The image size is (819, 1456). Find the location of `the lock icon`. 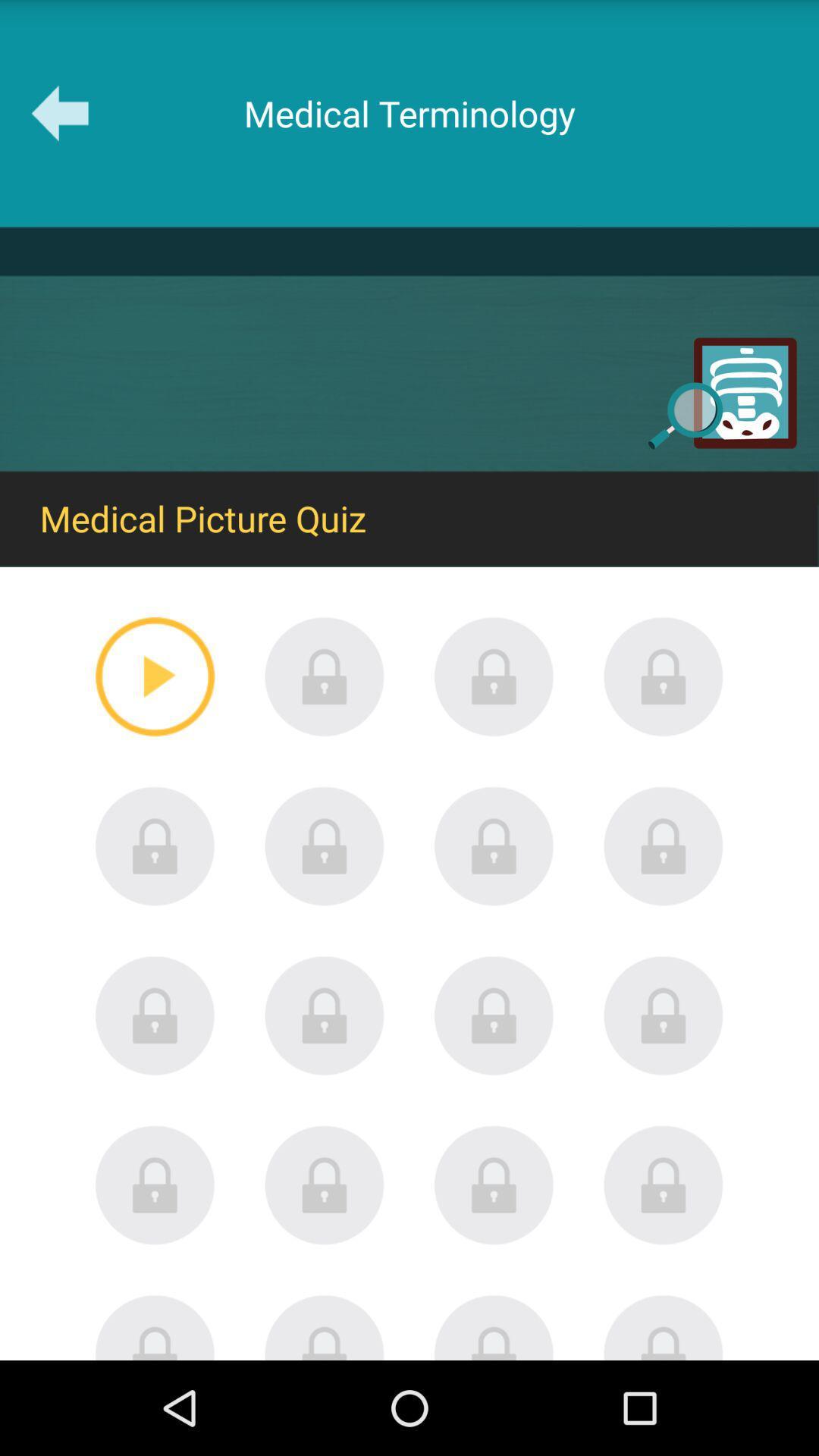

the lock icon is located at coordinates (494, 1086).